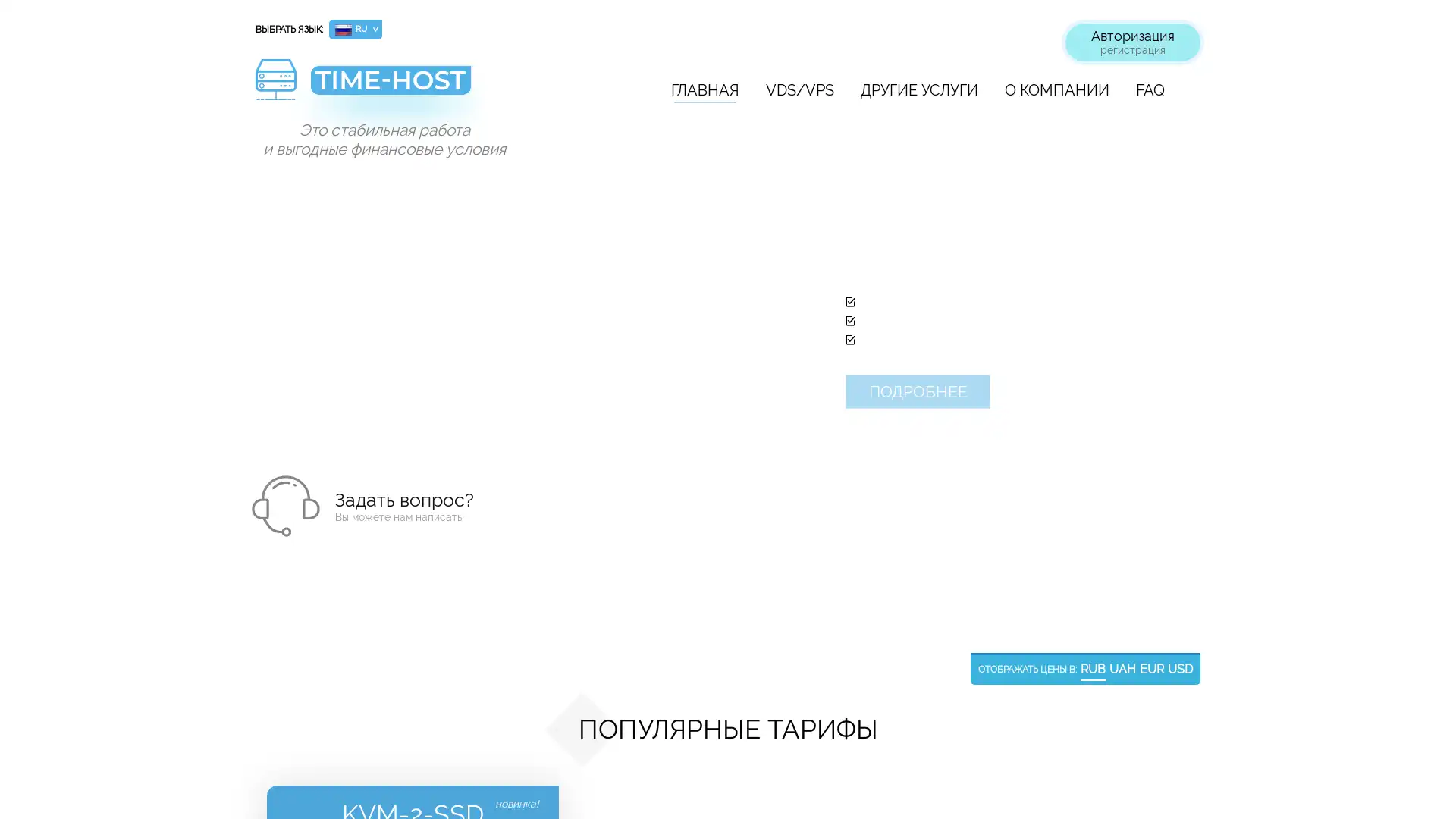 The image size is (1456, 819). What do you see at coordinates (355, 69) in the screenshot?
I see `de DE` at bounding box center [355, 69].